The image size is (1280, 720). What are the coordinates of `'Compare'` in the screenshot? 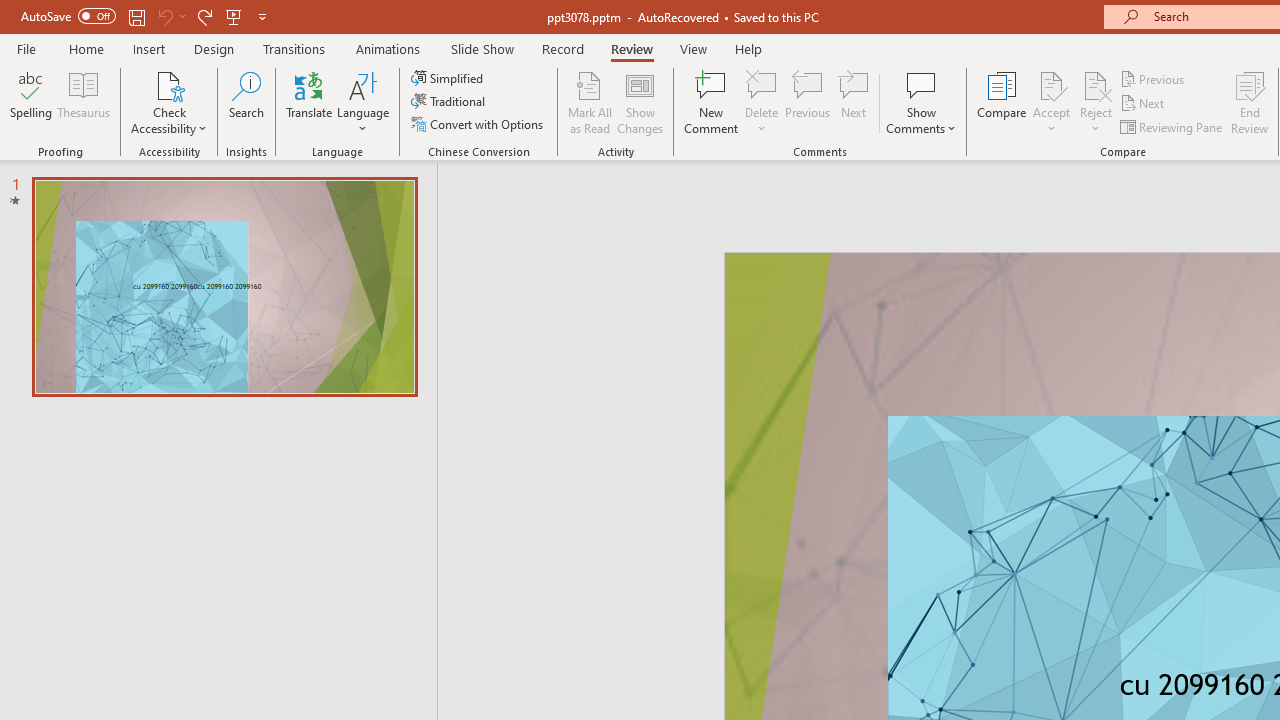 It's located at (1002, 103).